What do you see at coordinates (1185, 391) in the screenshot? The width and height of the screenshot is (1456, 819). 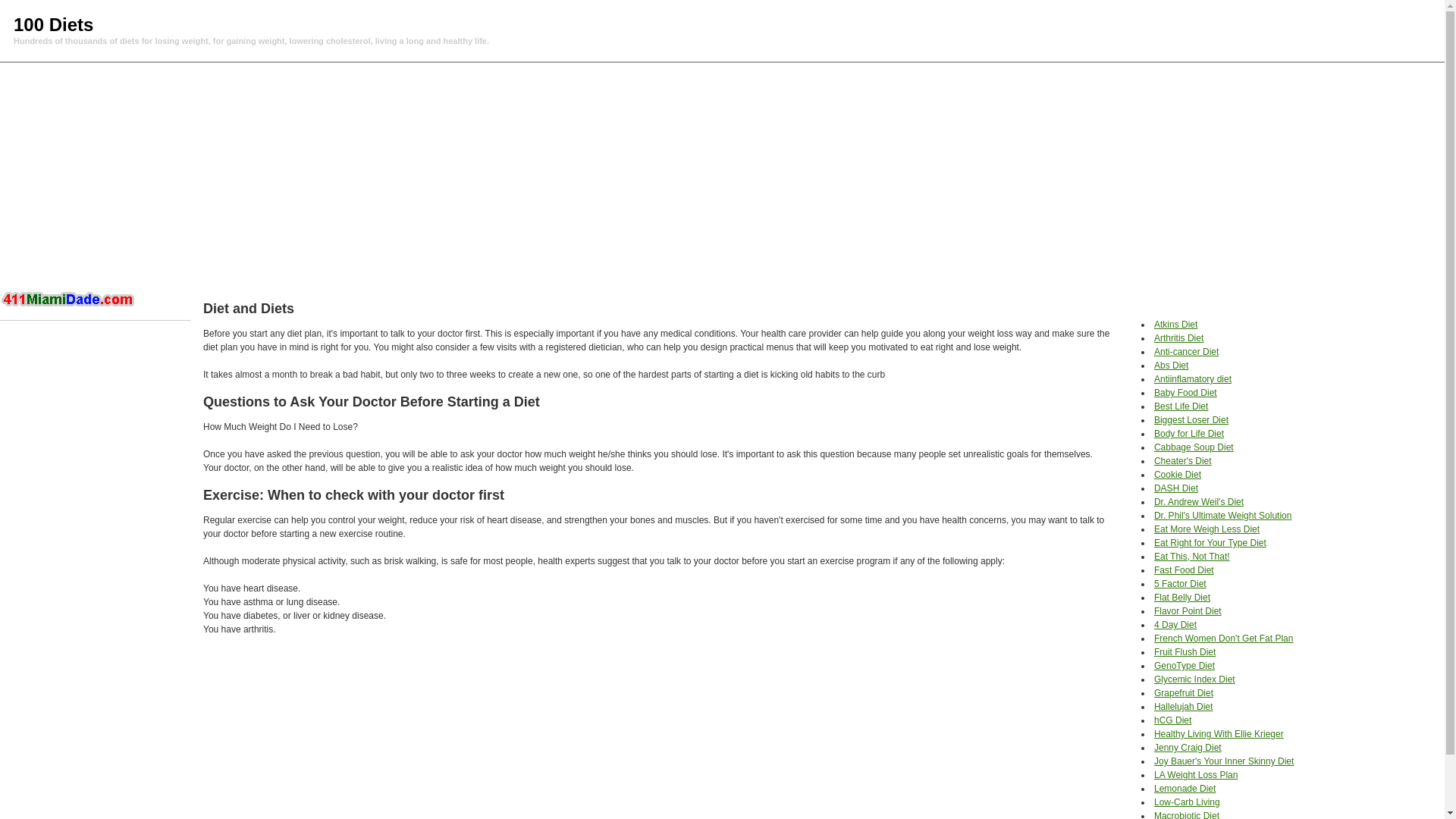 I see `'Baby Food Diet'` at bounding box center [1185, 391].